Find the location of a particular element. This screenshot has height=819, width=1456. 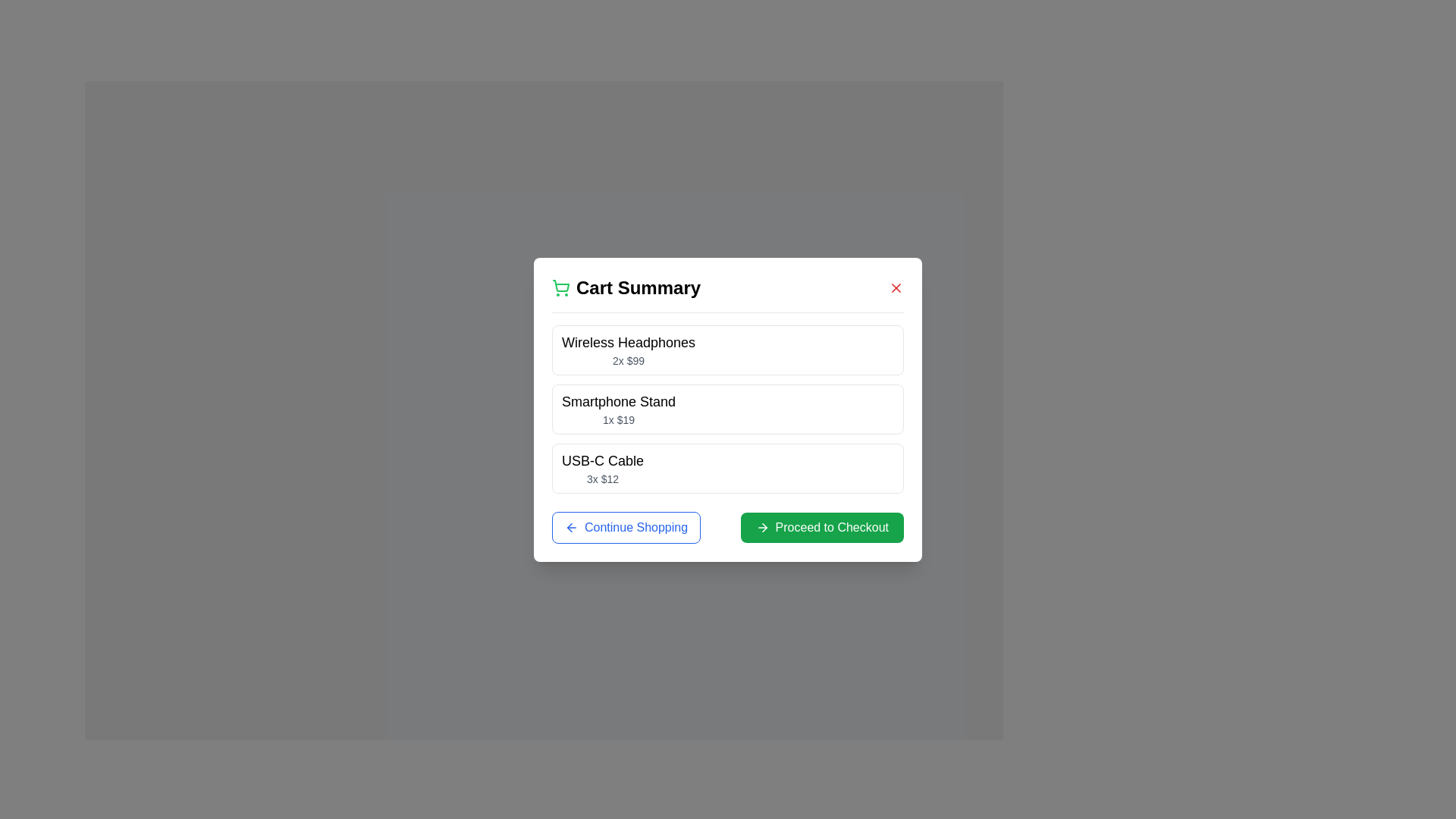

the 'Proceed to Checkout' button with rounded corners and a green background is located at coordinates (821, 526).